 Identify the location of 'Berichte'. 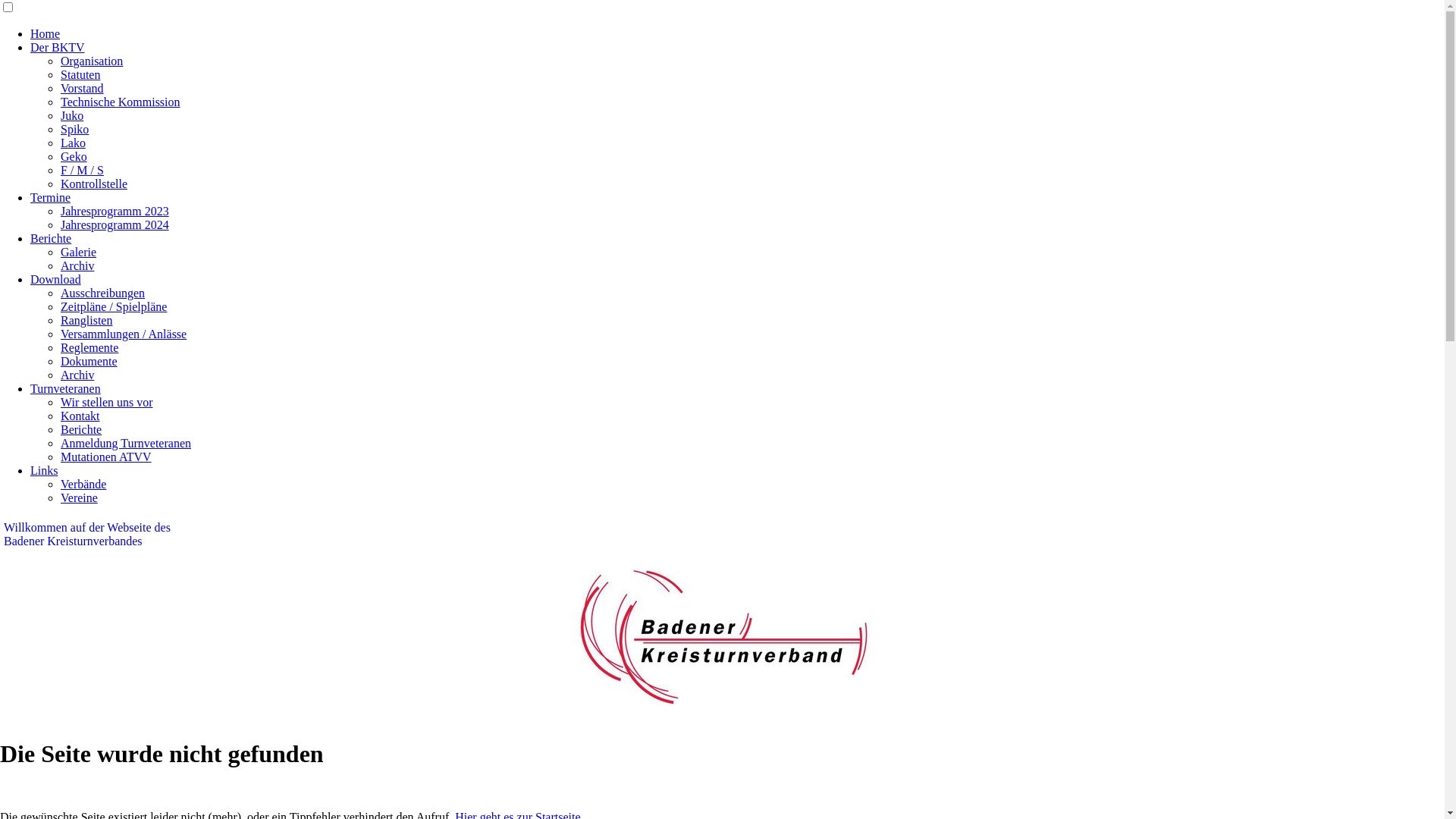
(51, 238).